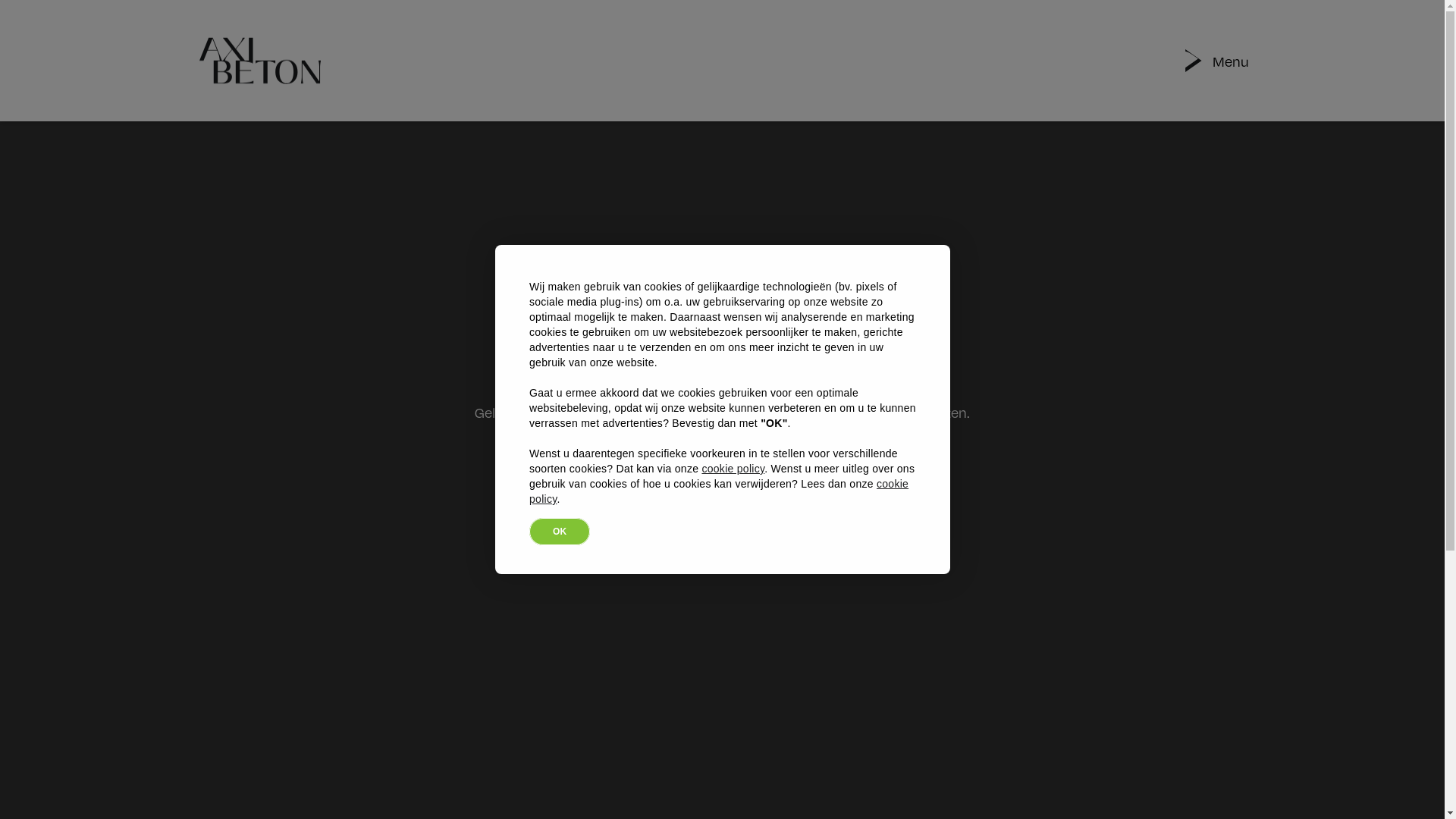 This screenshot has height=819, width=1456. Describe the element at coordinates (722, 502) in the screenshot. I see `'terug naar home'` at that location.